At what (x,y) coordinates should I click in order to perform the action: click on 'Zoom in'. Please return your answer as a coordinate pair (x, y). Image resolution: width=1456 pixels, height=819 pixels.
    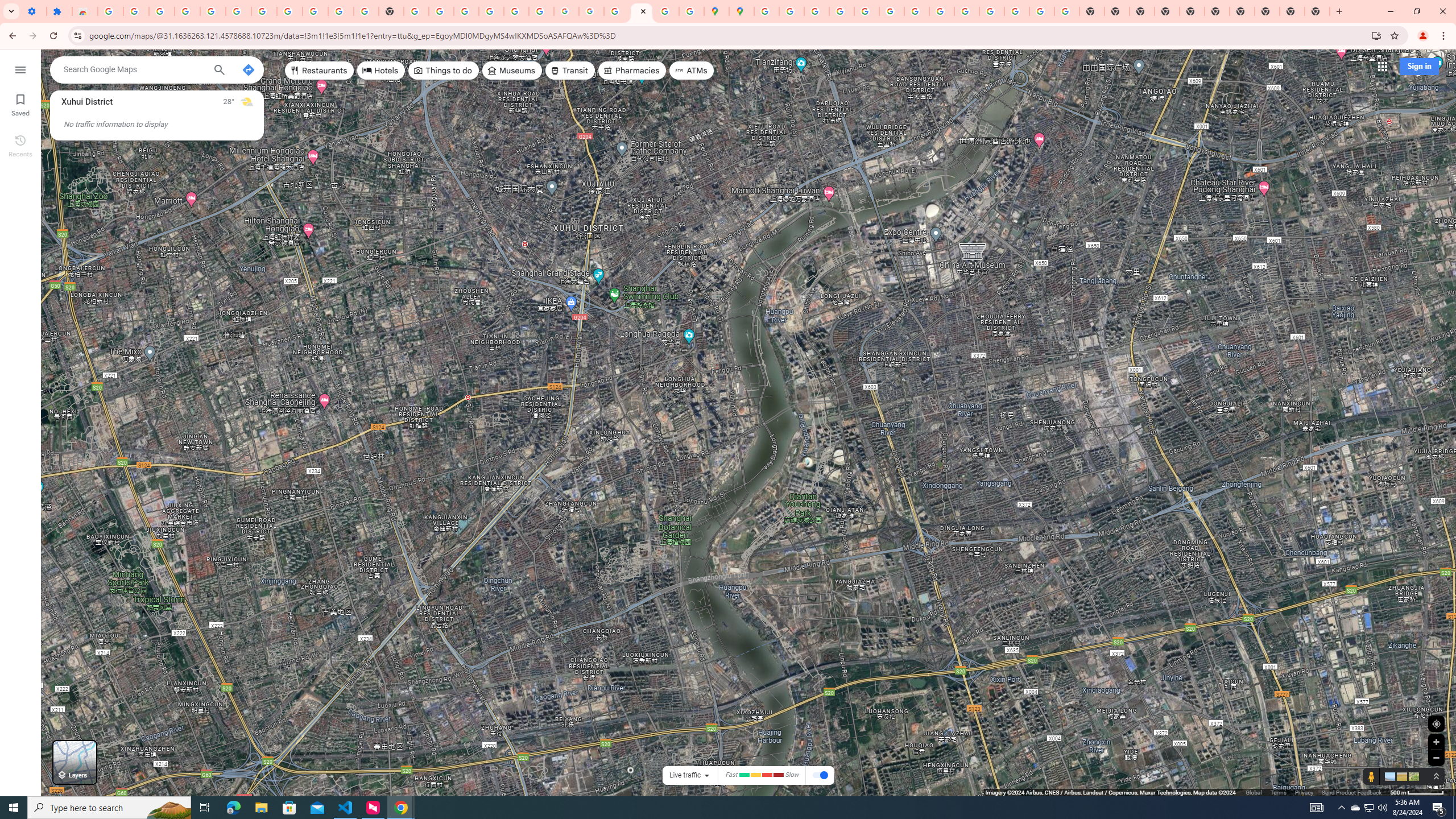
    Looking at the image, I should click on (1436, 741).